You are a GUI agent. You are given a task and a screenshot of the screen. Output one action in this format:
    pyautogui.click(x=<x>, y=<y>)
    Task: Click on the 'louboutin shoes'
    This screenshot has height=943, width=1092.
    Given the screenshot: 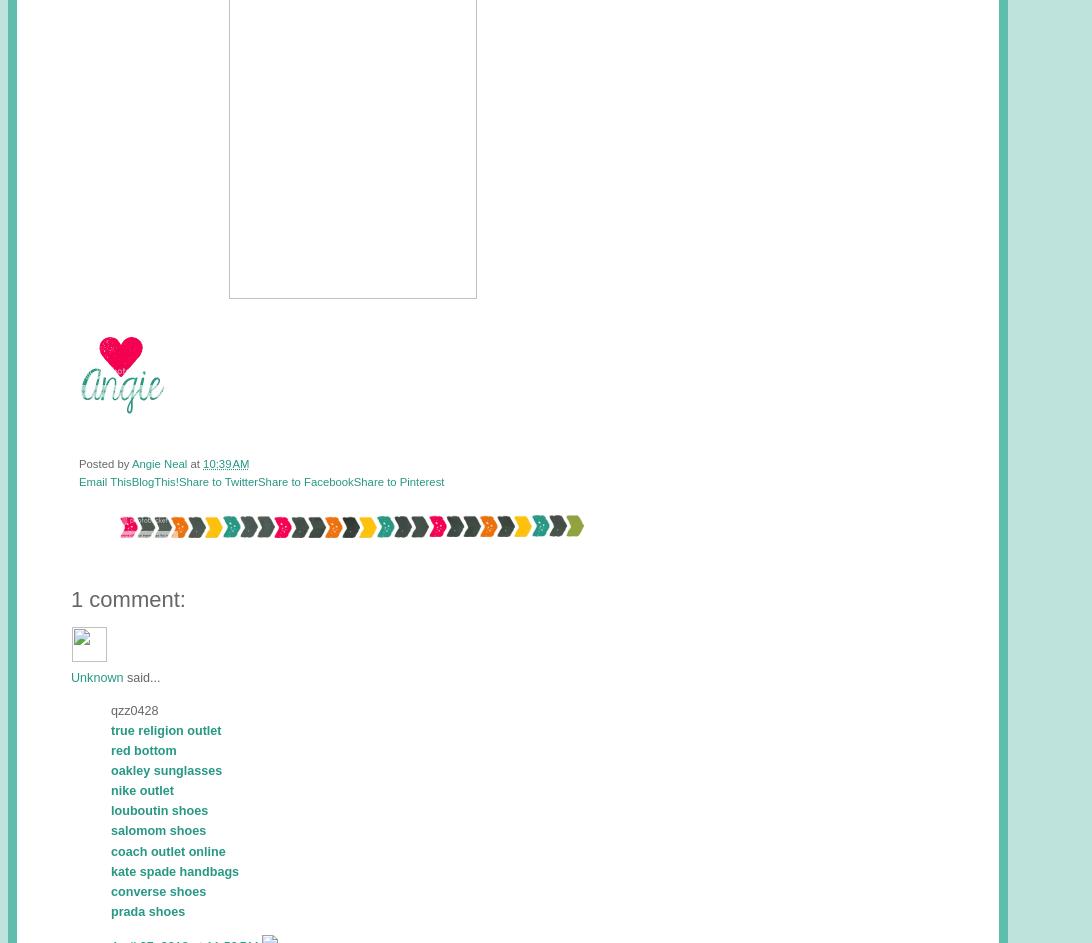 What is the action you would take?
    pyautogui.click(x=159, y=809)
    